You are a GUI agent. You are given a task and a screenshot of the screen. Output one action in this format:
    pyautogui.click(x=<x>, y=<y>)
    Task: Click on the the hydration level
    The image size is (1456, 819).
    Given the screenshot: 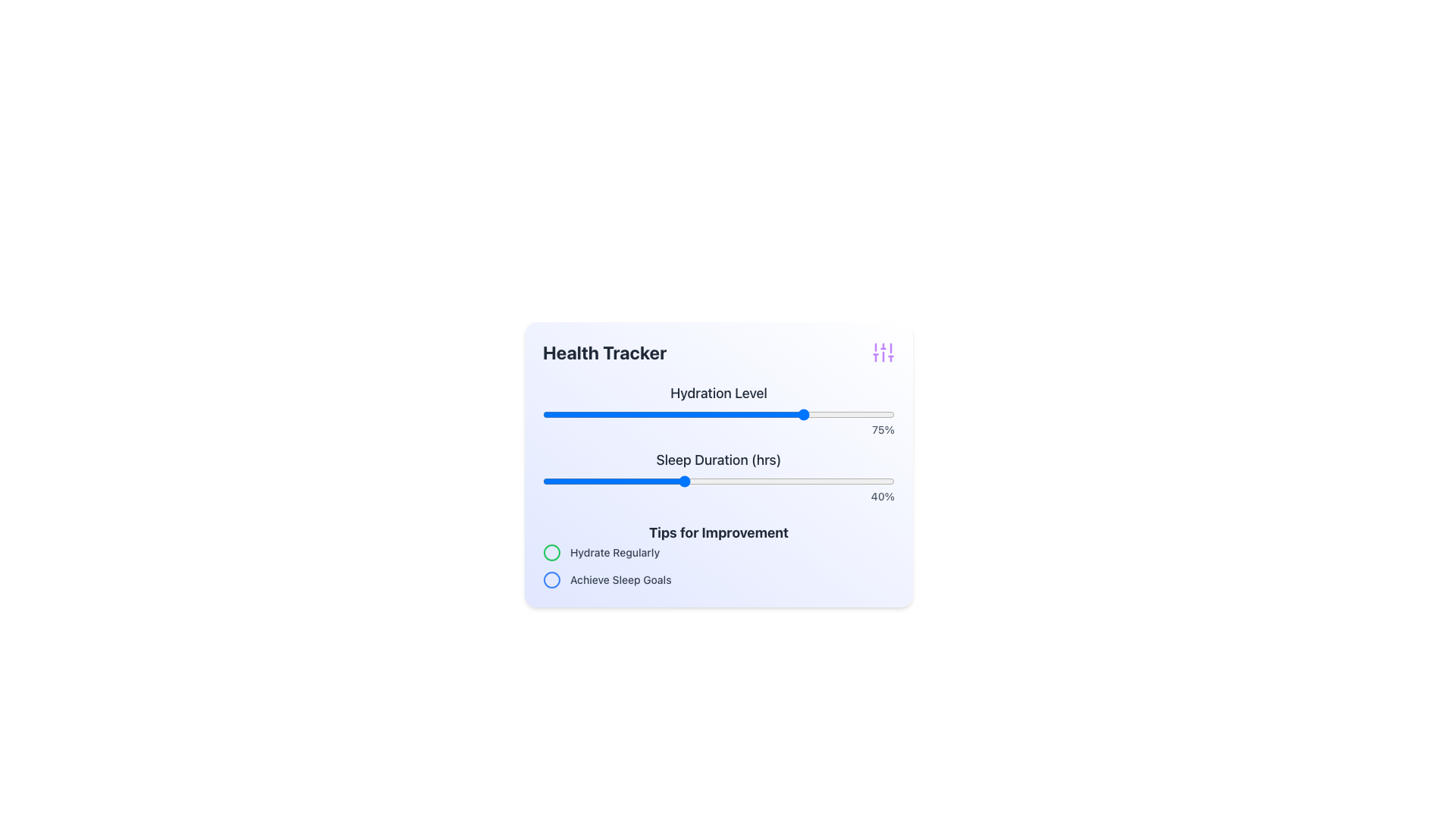 What is the action you would take?
    pyautogui.click(x=697, y=415)
    